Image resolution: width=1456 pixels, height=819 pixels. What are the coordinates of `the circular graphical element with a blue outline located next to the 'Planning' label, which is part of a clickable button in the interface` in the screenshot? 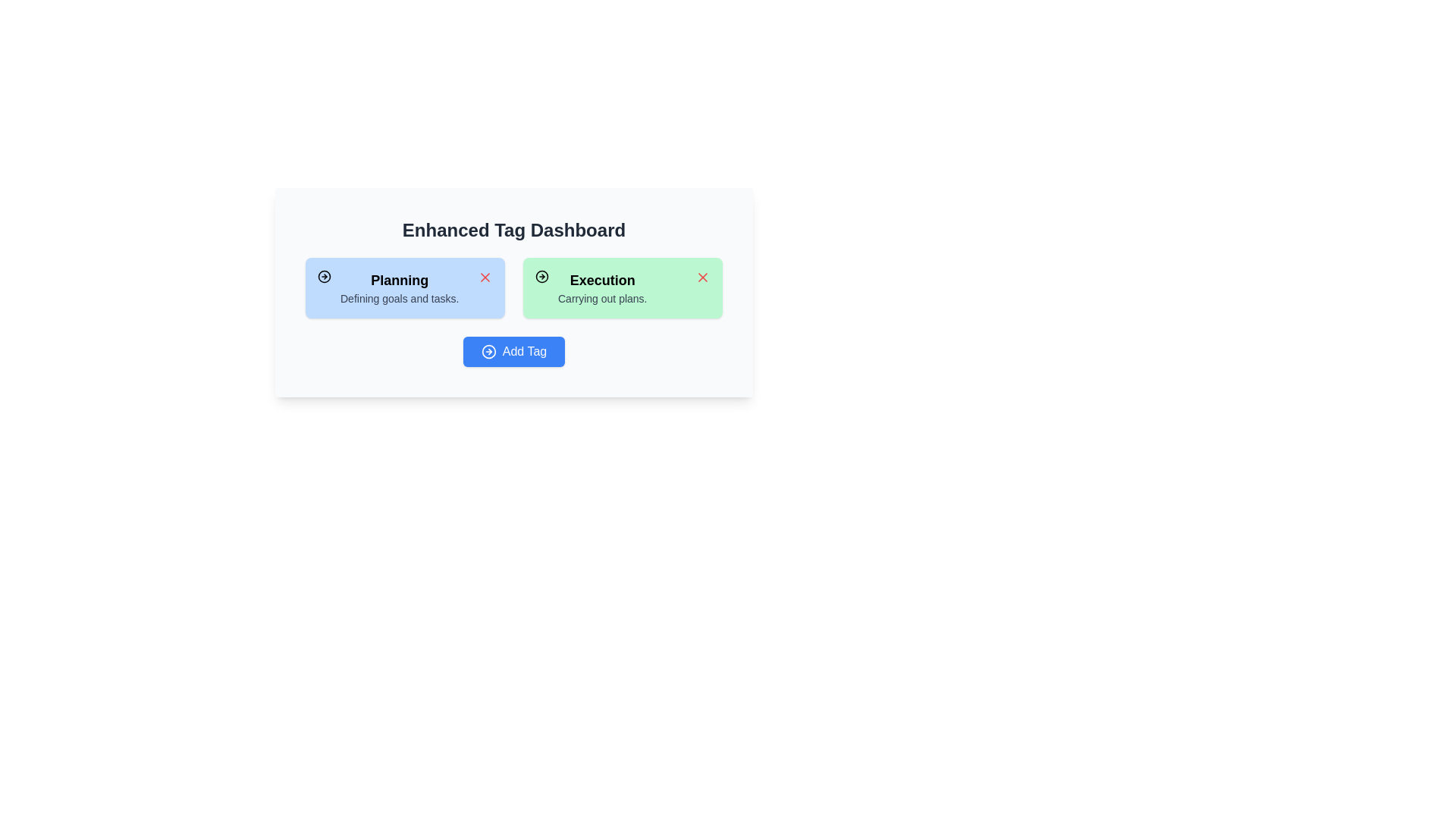 It's located at (488, 351).